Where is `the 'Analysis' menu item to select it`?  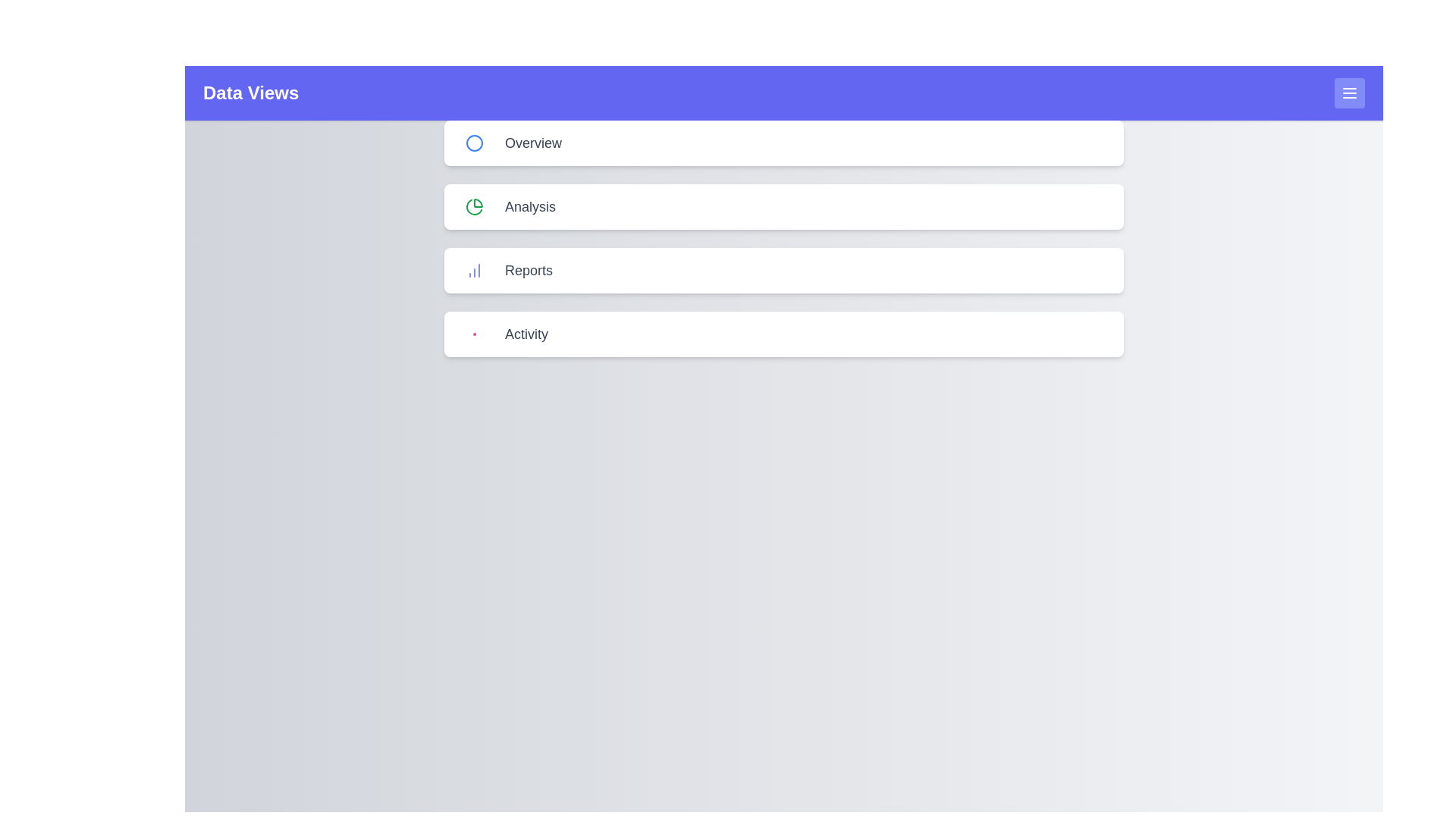
the 'Analysis' menu item to select it is located at coordinates (783, 207).